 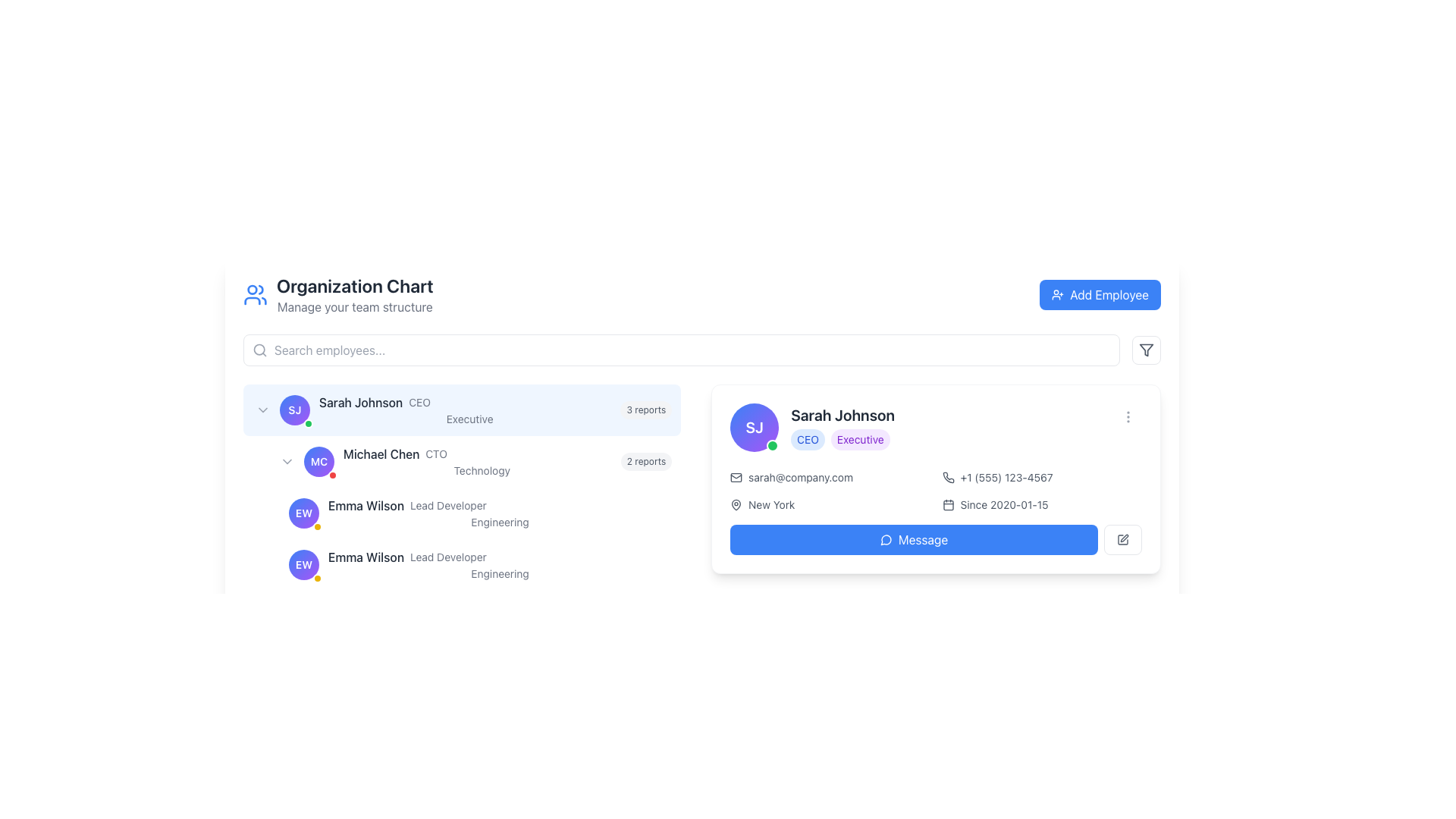 I want to click on text from the Label or Badge indicating the roles 'CEO' and 'Executive' for the individual 'Sarah Johnson', which is located below the name and above the contact information in the detailed information card, so click(x=842, y=439).